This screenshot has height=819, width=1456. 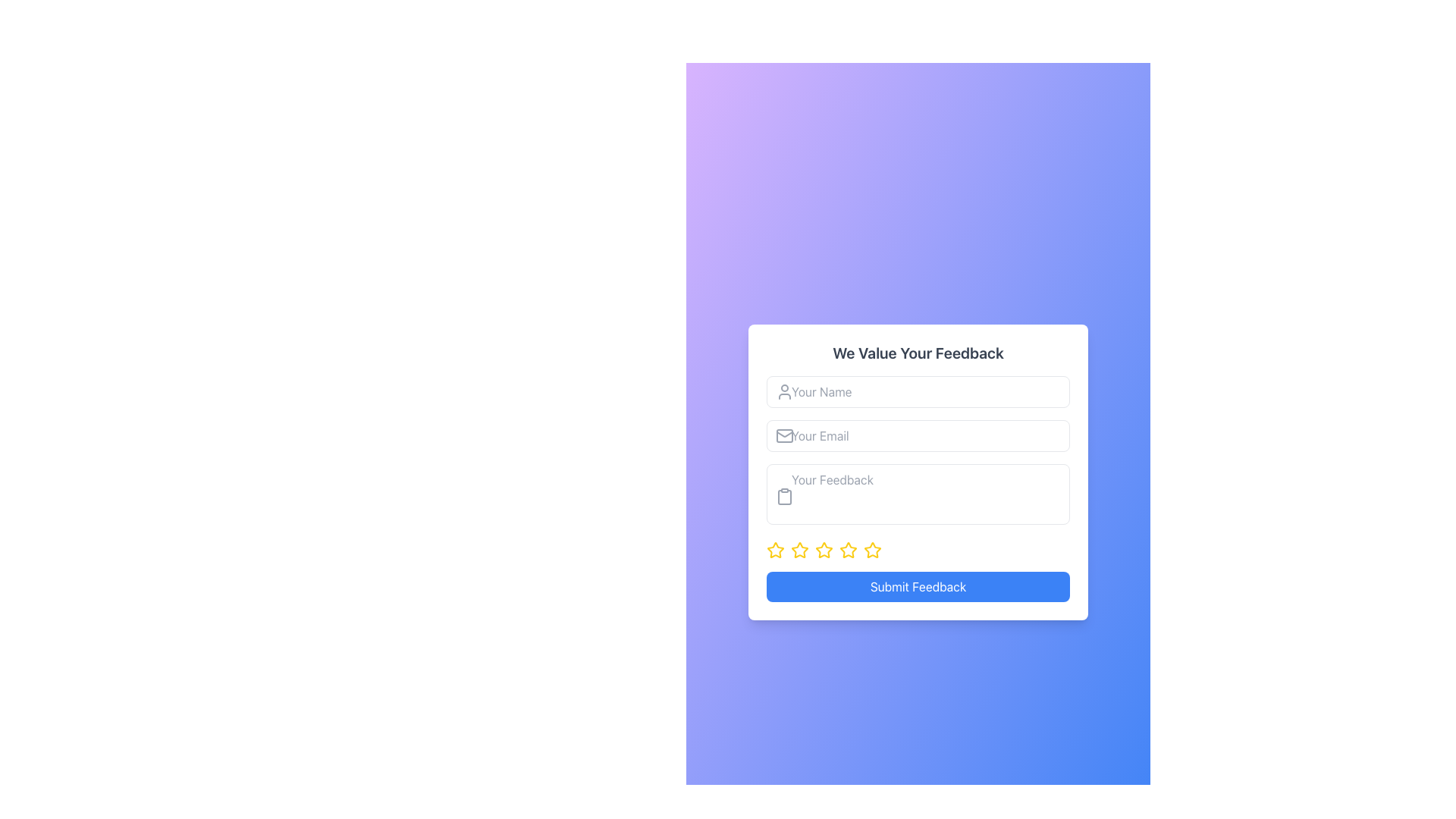 What do you see at coordinates (785, 497) in the screenshot?
I see `the clipboard icon, which is a decorative SVG element located inside the feedback form interface, near the 'Your Feedback' text input field` at bounding box center [785, 497].